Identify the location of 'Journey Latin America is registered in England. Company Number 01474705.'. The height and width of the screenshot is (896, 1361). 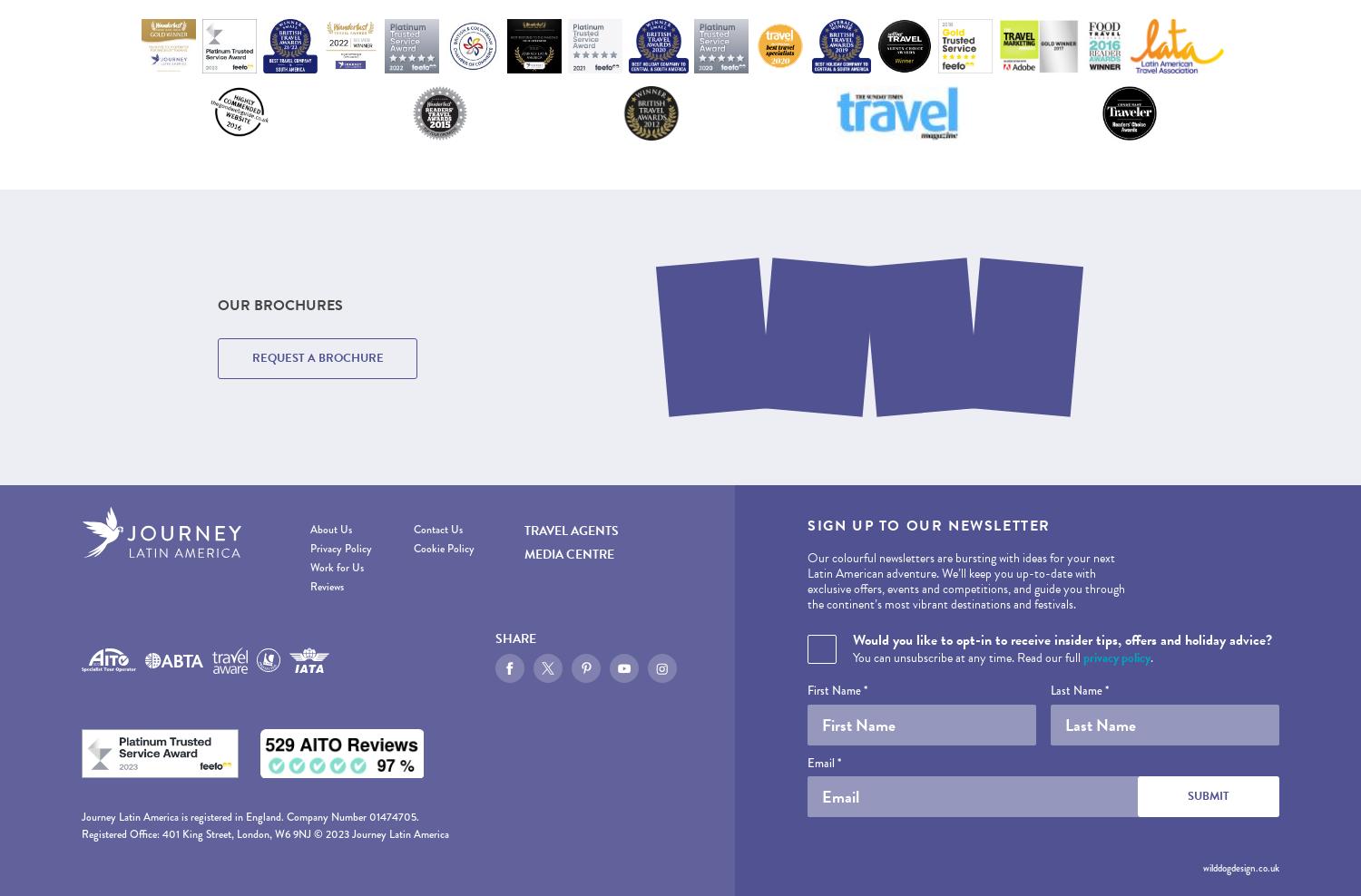
(81, 814).